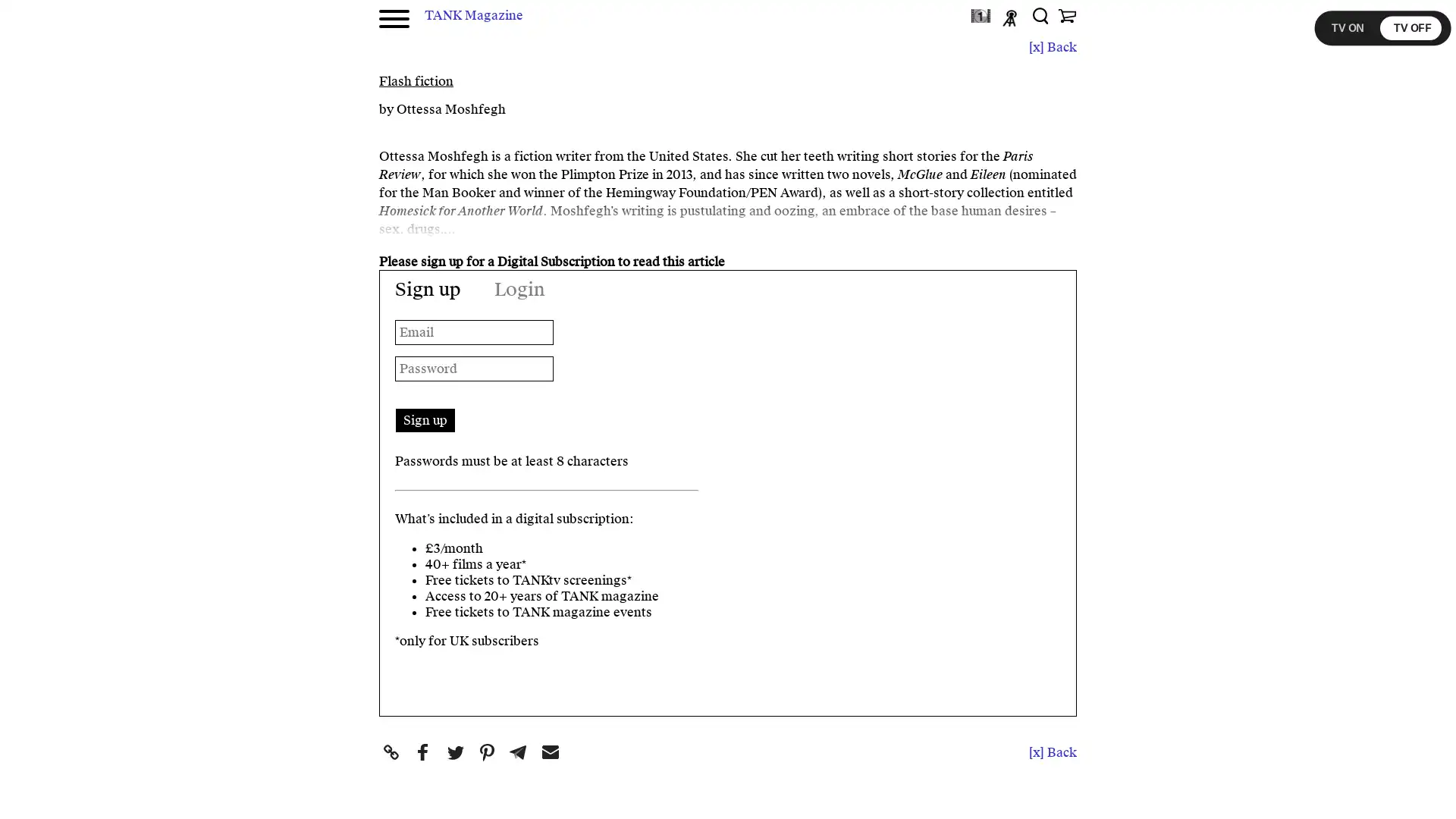 This screenshot has width=1456, height=819. What do you see at coordinates (1040, 15) in the screenshot?
I see `Search` at bounding box center [1040, 15].